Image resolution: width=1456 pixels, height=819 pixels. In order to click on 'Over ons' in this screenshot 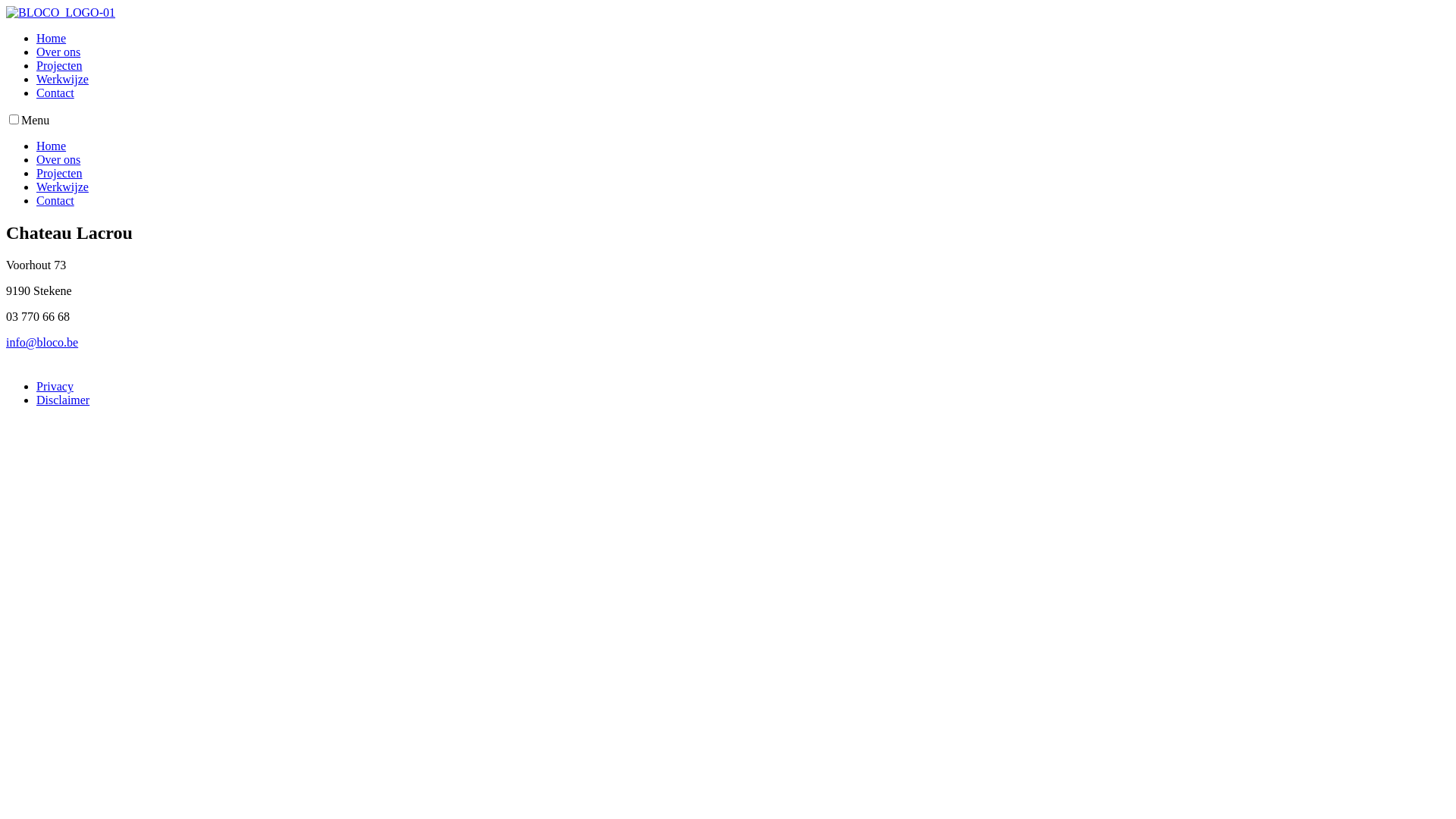, I will do `click(58, 159)`.